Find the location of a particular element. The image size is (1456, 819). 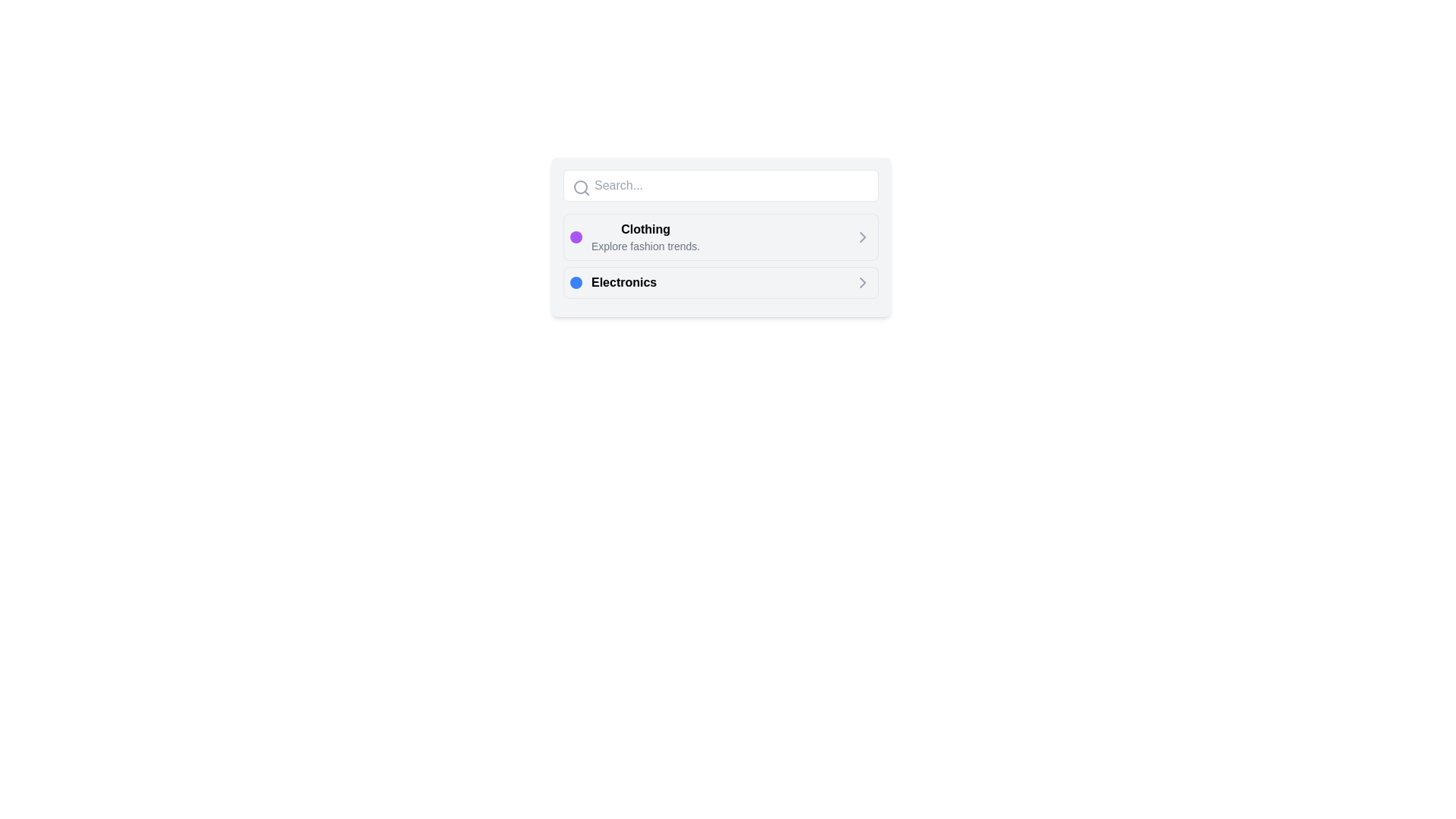

the right-arrow icon next to the 'Electronics' list item is located at coordinates (862, 283).